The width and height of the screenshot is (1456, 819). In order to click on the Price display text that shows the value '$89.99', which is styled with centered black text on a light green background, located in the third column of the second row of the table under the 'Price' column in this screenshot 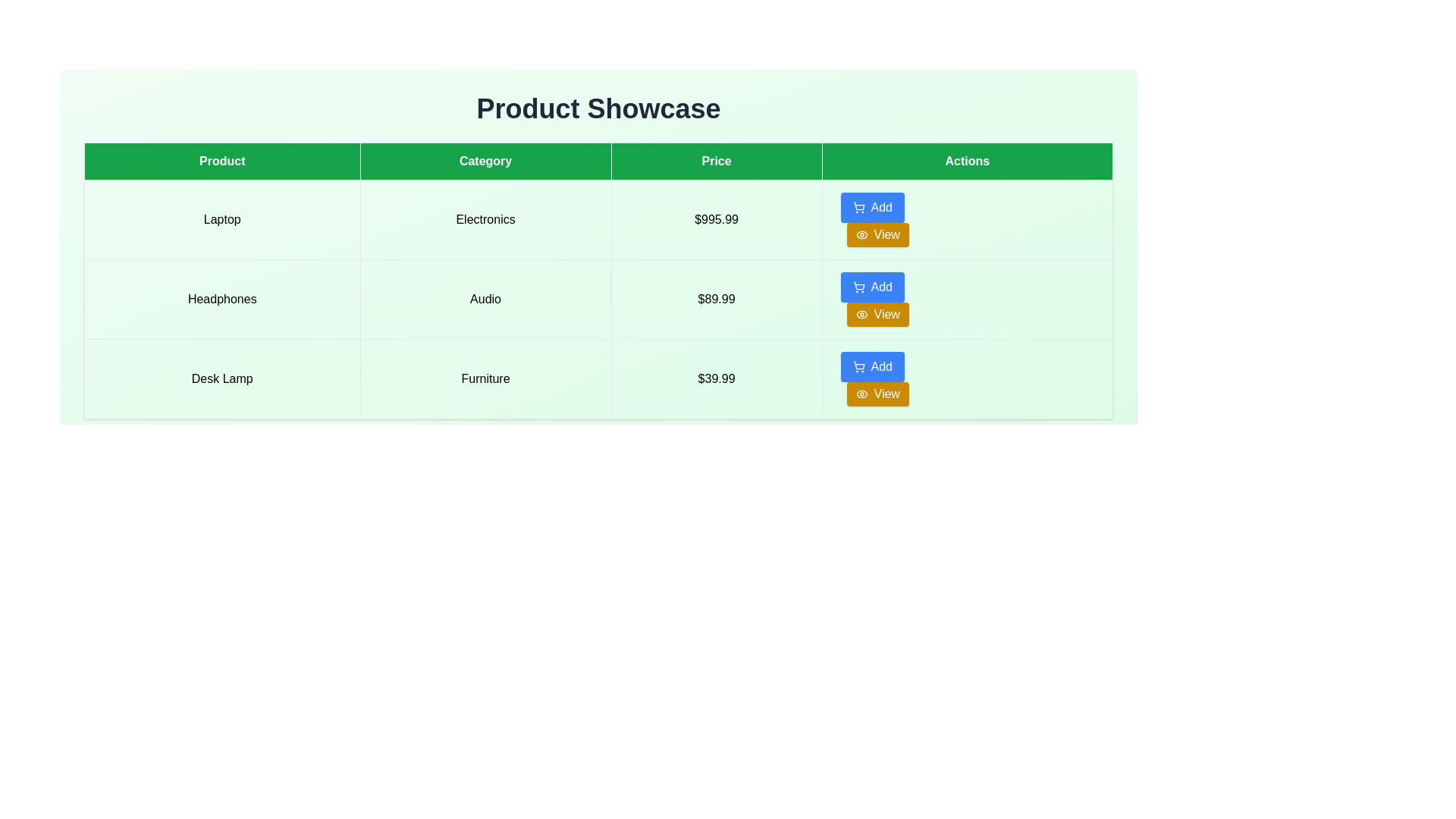, I will do `click(716, 299)`.